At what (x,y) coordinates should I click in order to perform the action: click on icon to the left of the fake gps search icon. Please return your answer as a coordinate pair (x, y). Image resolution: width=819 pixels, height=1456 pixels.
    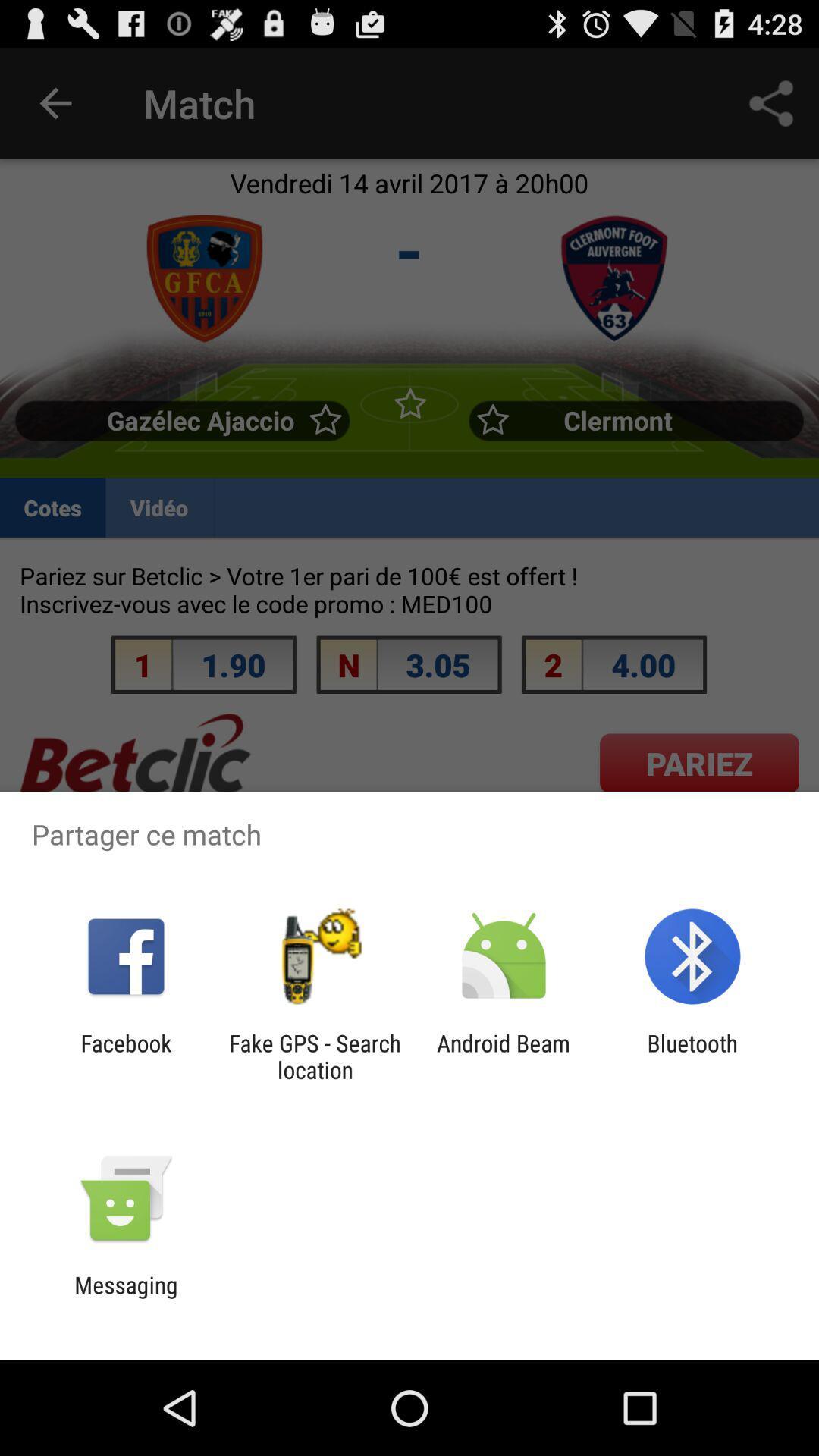
    Looking at the image, I should click on (125, 1056).